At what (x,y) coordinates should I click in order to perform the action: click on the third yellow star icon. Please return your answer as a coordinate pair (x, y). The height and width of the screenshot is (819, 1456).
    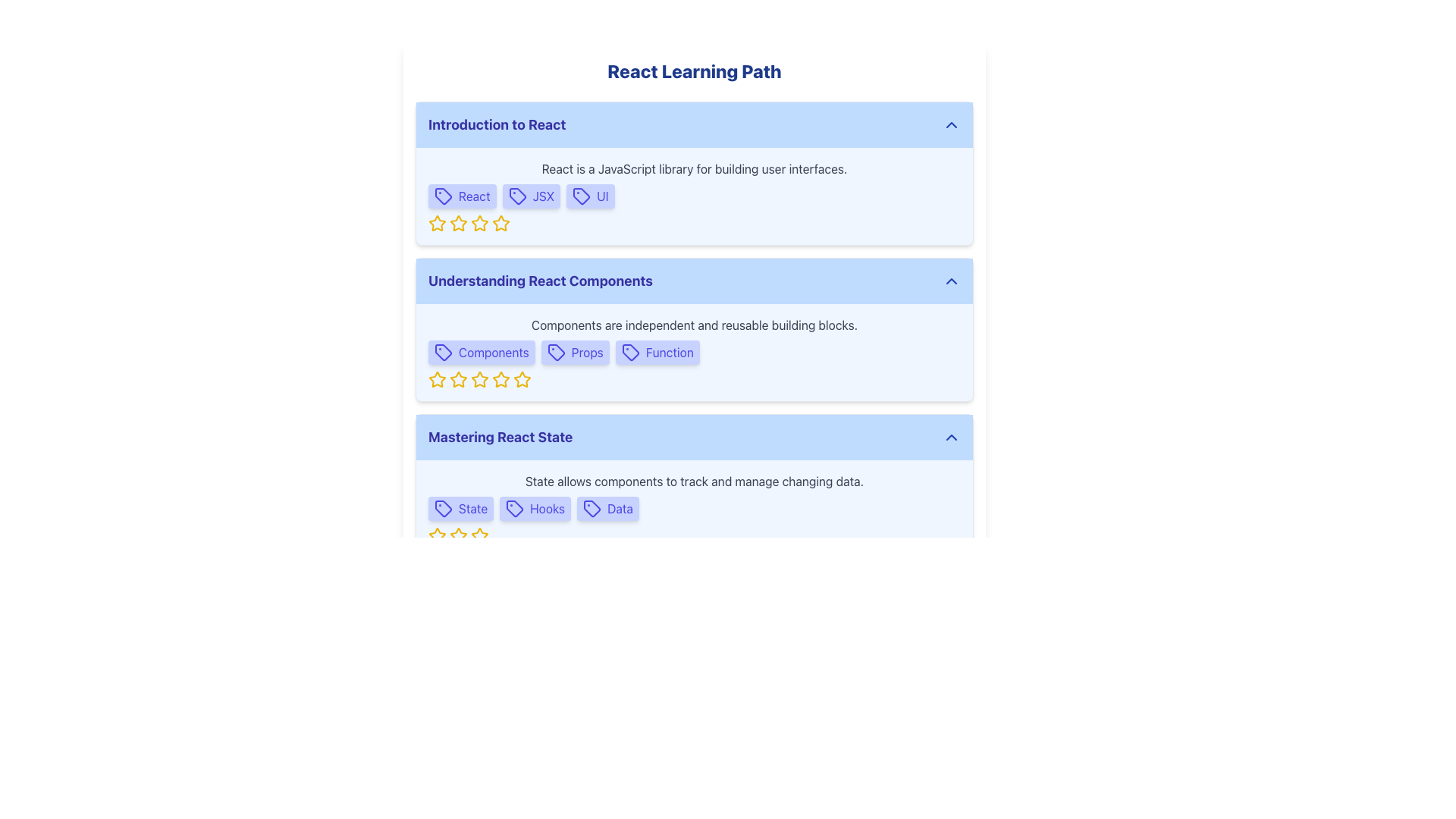
    Looking at the image, I should click on (457, 535).